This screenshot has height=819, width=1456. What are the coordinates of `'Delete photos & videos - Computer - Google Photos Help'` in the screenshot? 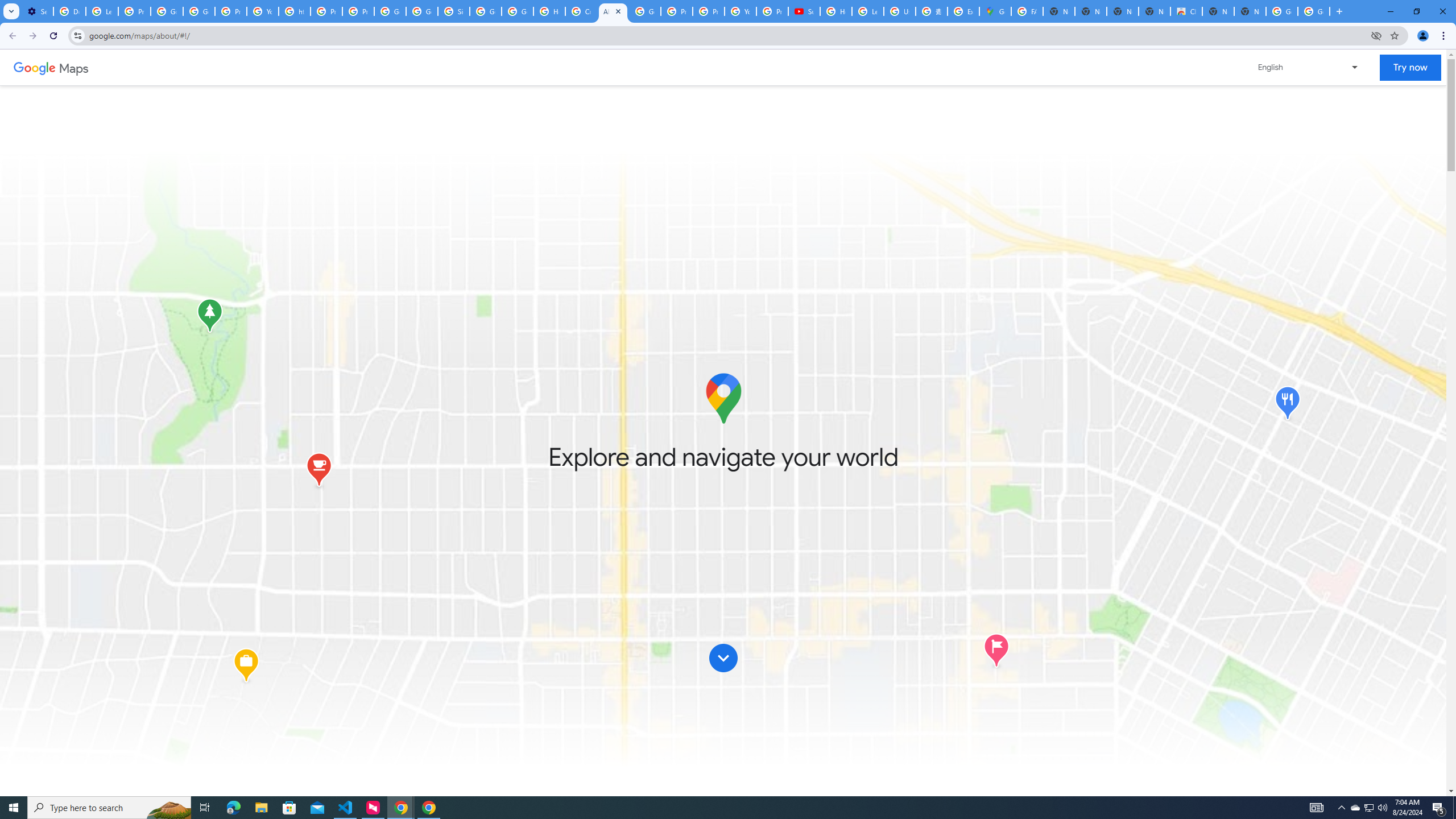 It's located at (69, 11).